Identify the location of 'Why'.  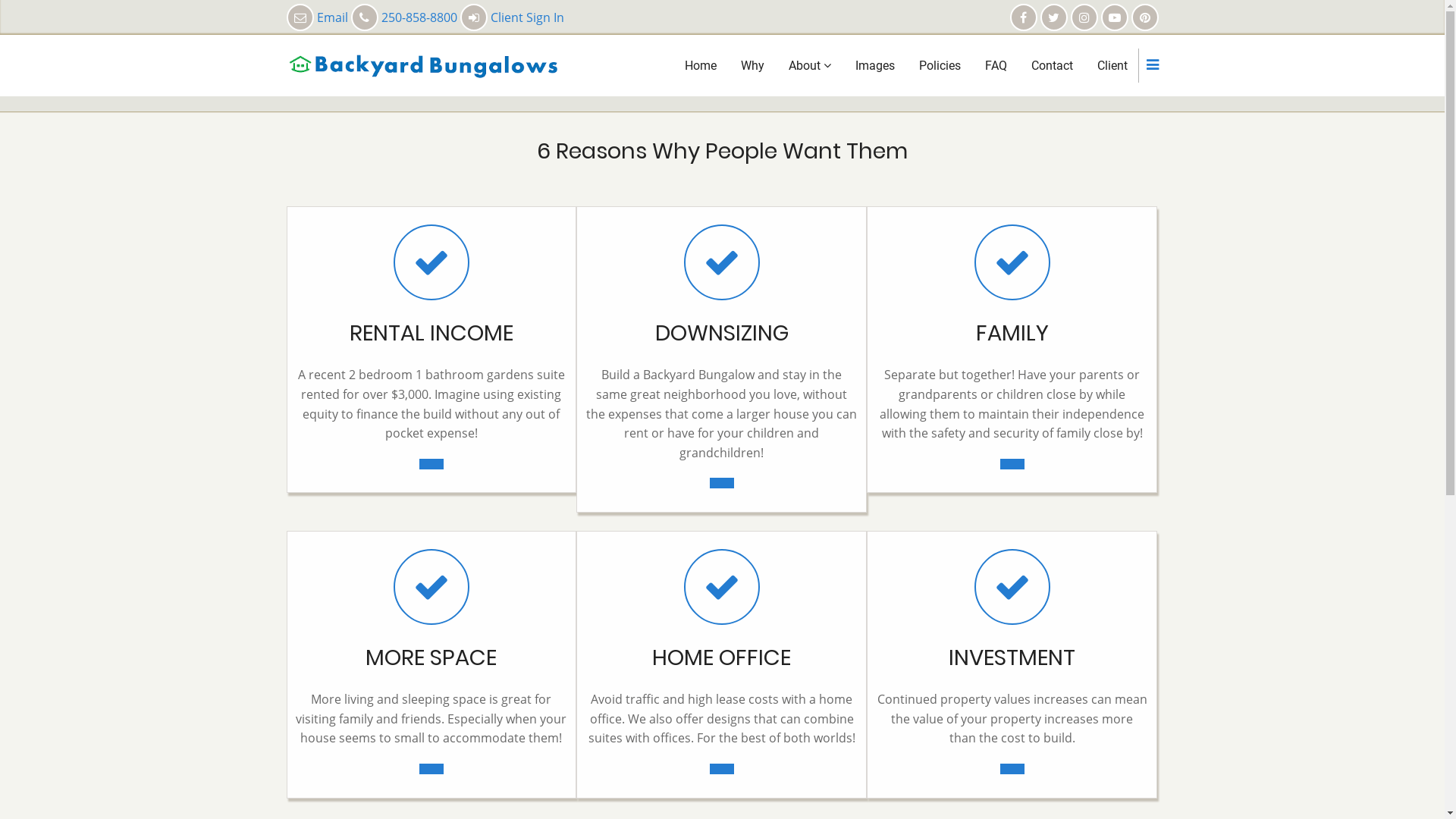
(729, 65).